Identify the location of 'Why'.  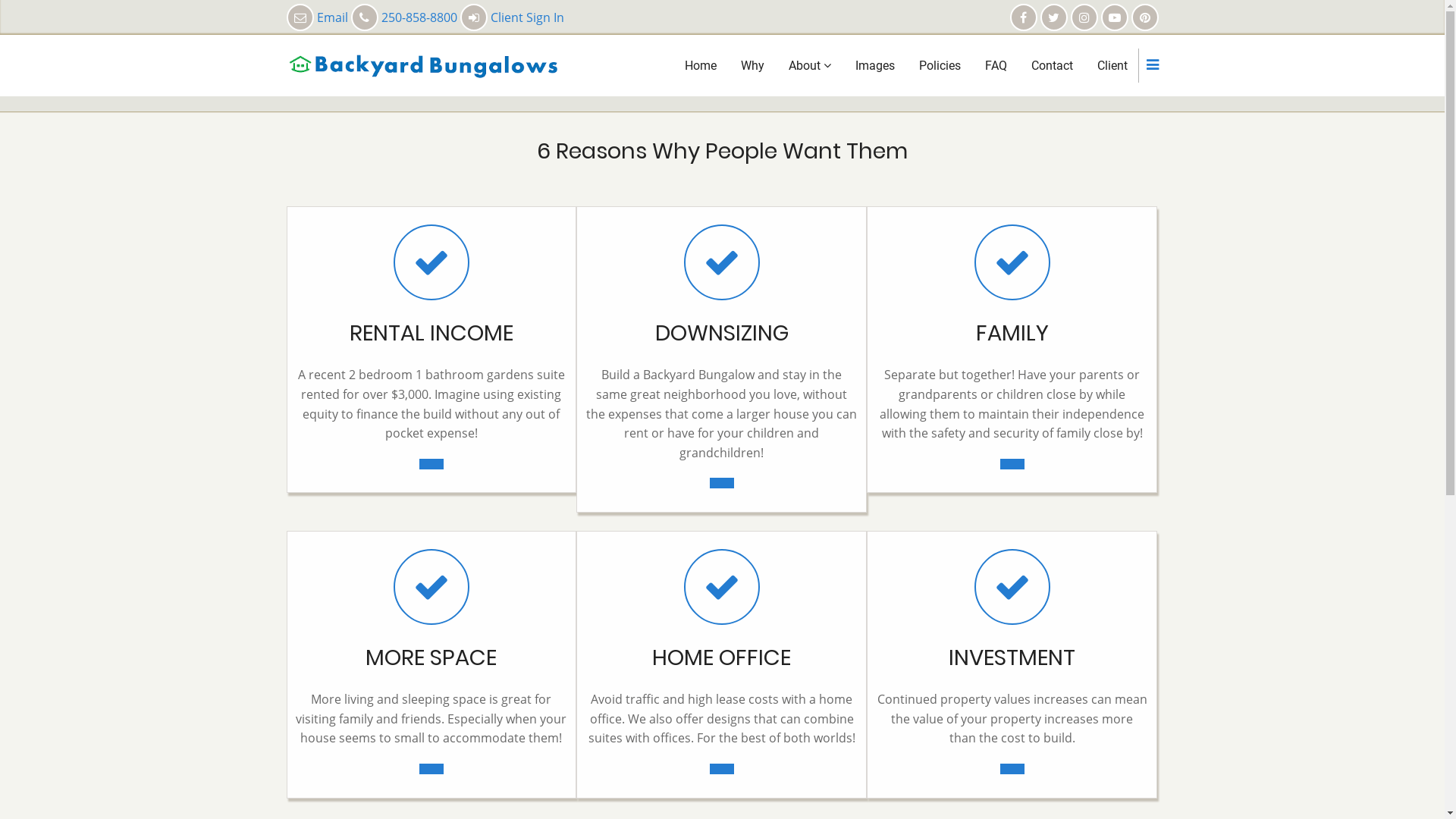
(729, 65).